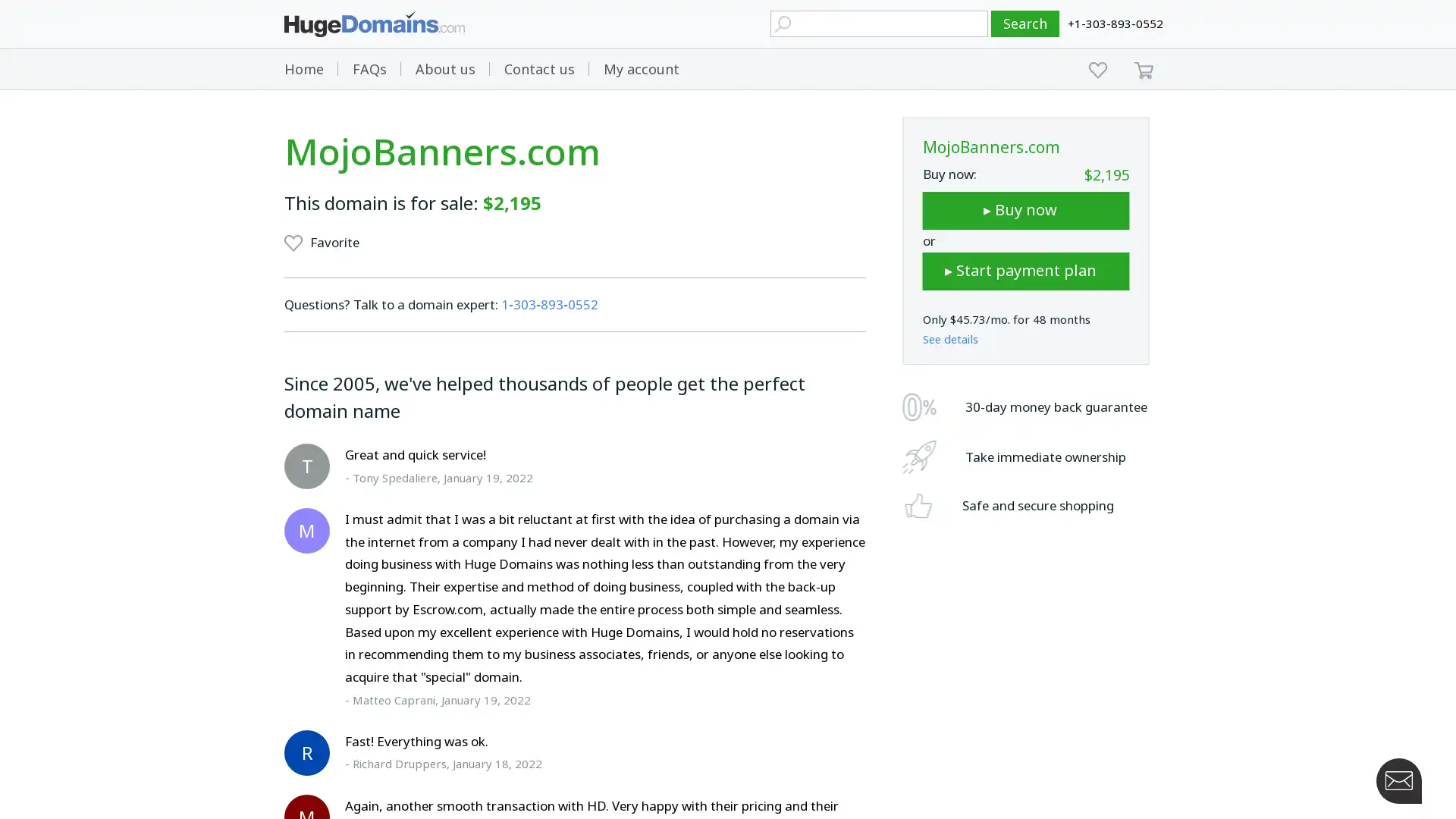 This screenshot has width=1456, height=819. I want to click on Search, so click(1025, 24).